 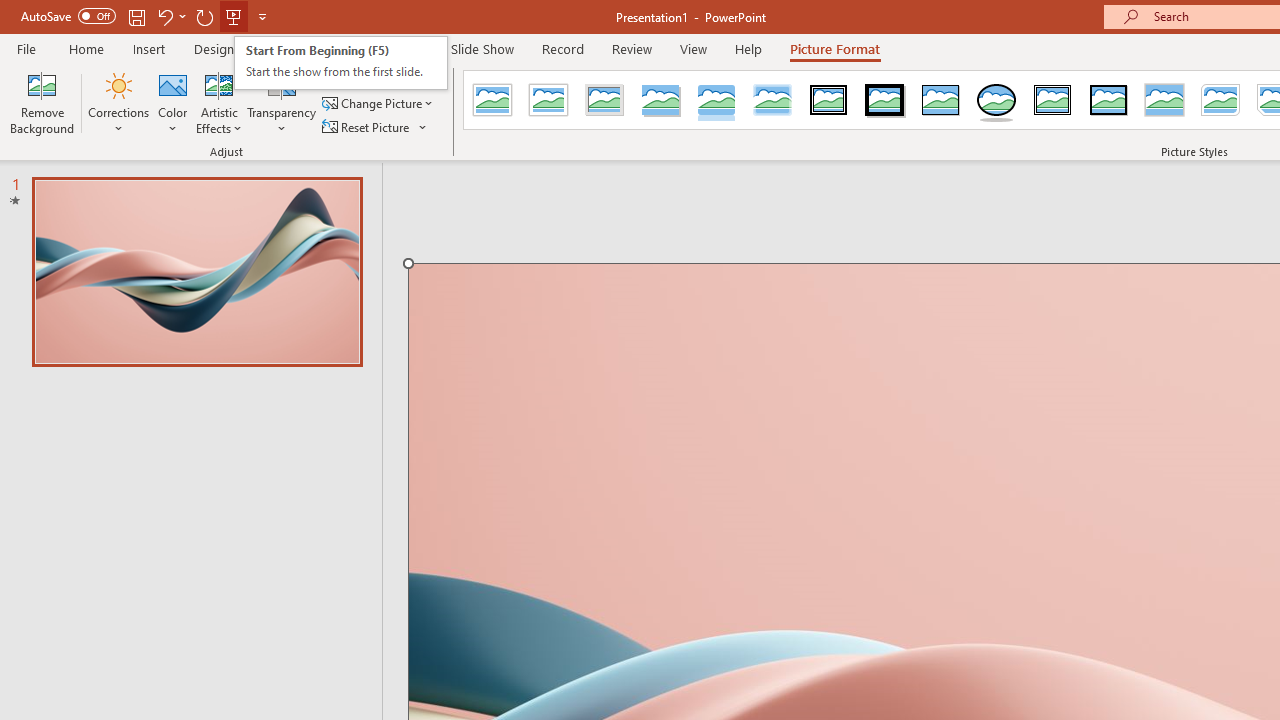 What do you see at coordinates (85, 48) in the screenshot?
I see `'Home'` at bounding box center [85, 48].